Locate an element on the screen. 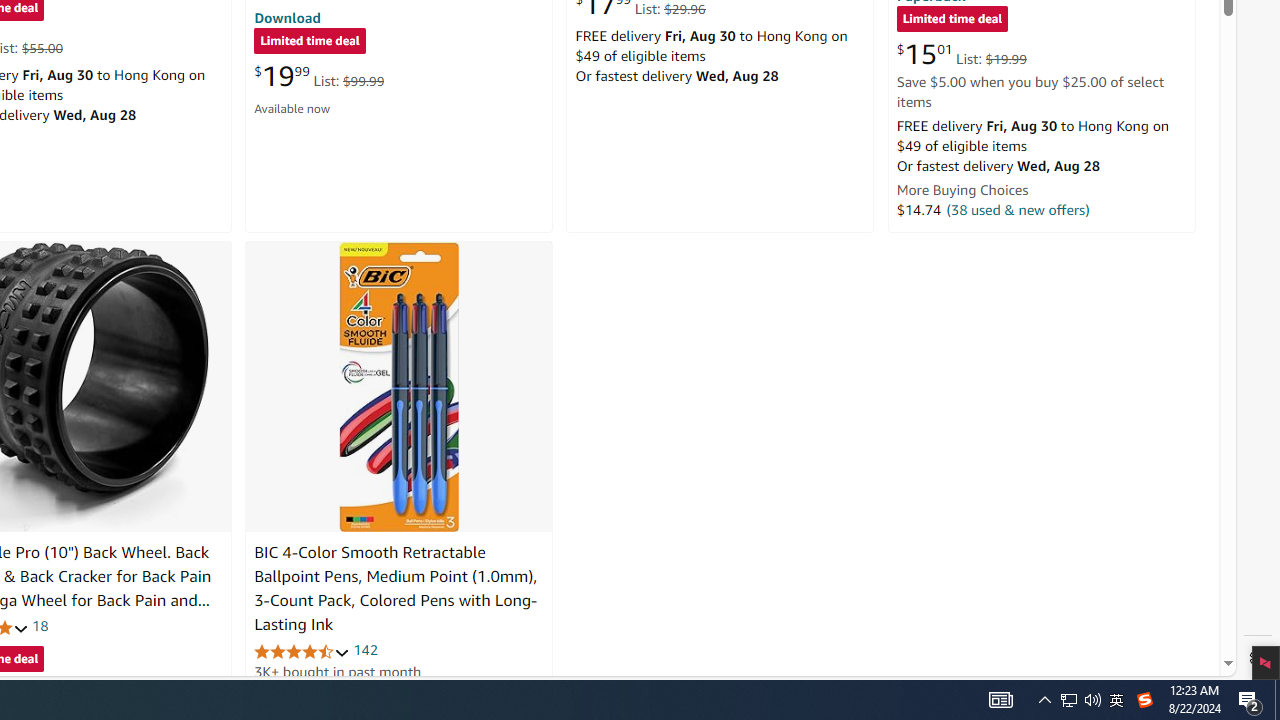 The width and height of the screenshot is (1280, 720). '18' is located at coordinates (40, 625).